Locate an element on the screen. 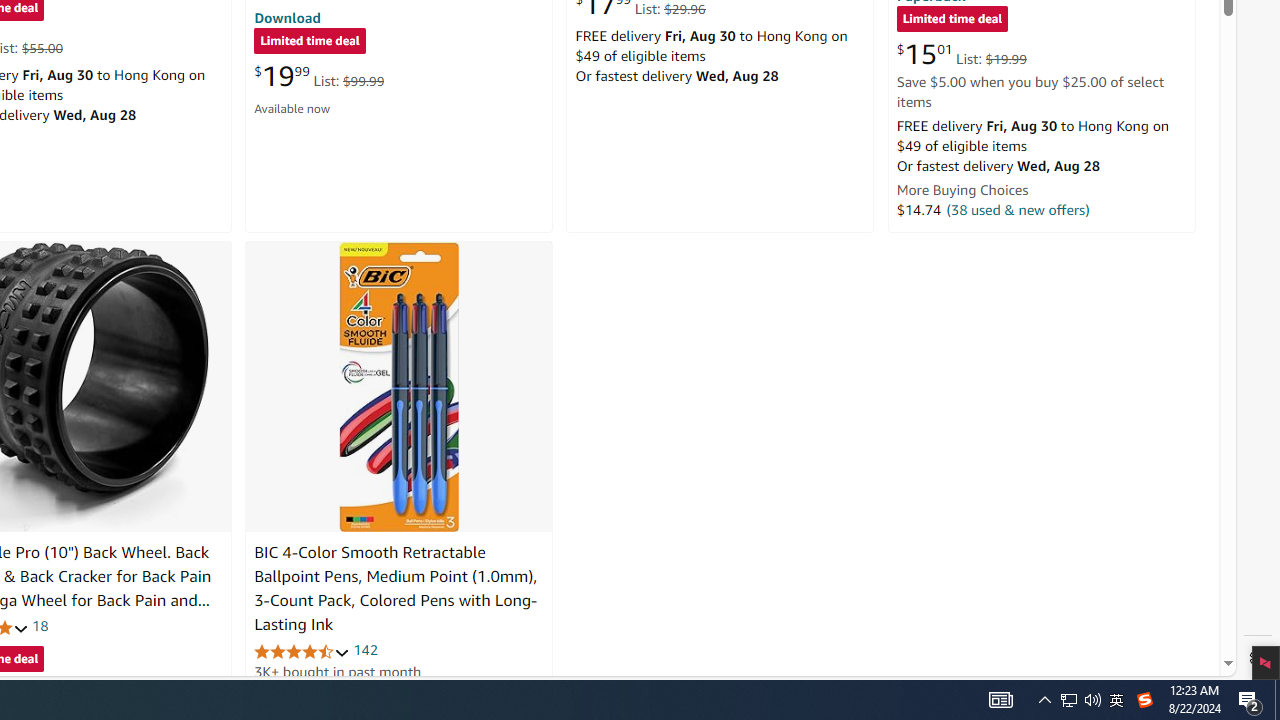 The width and height of the screenshot is (1280, 720). '18' is located at coordinates (40, 625).